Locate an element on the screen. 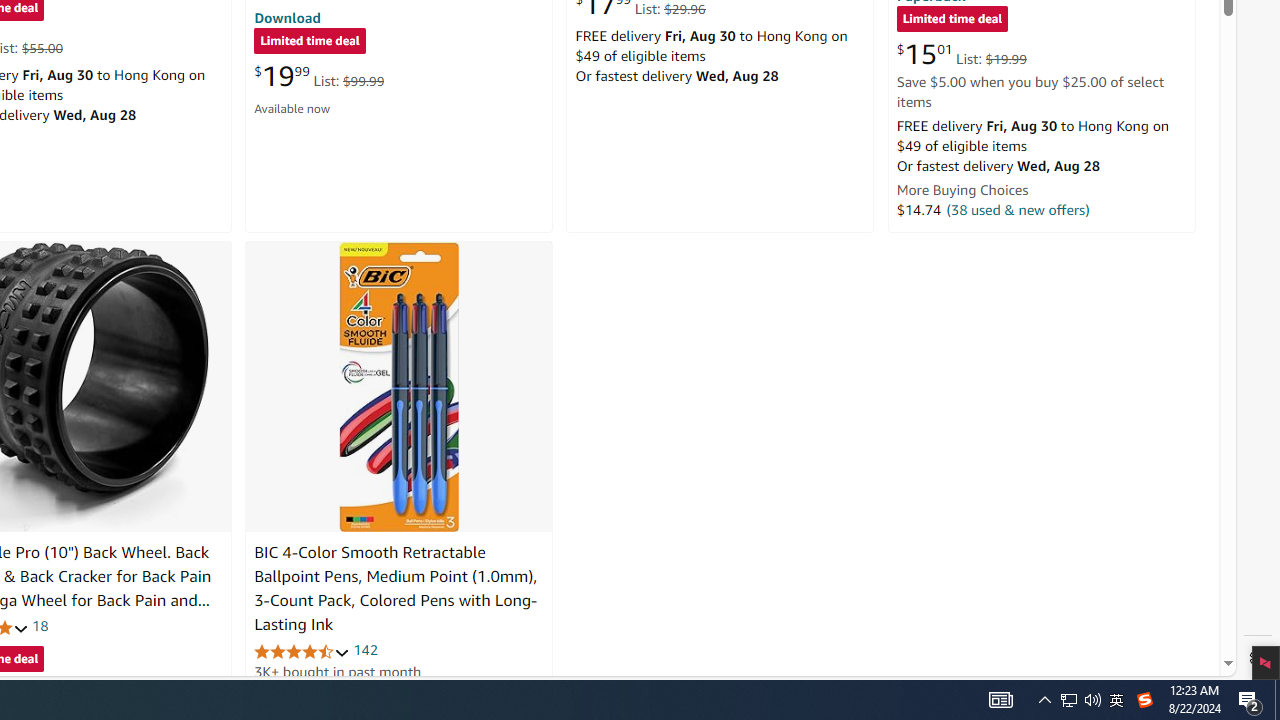 The width and height of the screenshot is (1280, 720). '18' is located at coordinates (40, 625).